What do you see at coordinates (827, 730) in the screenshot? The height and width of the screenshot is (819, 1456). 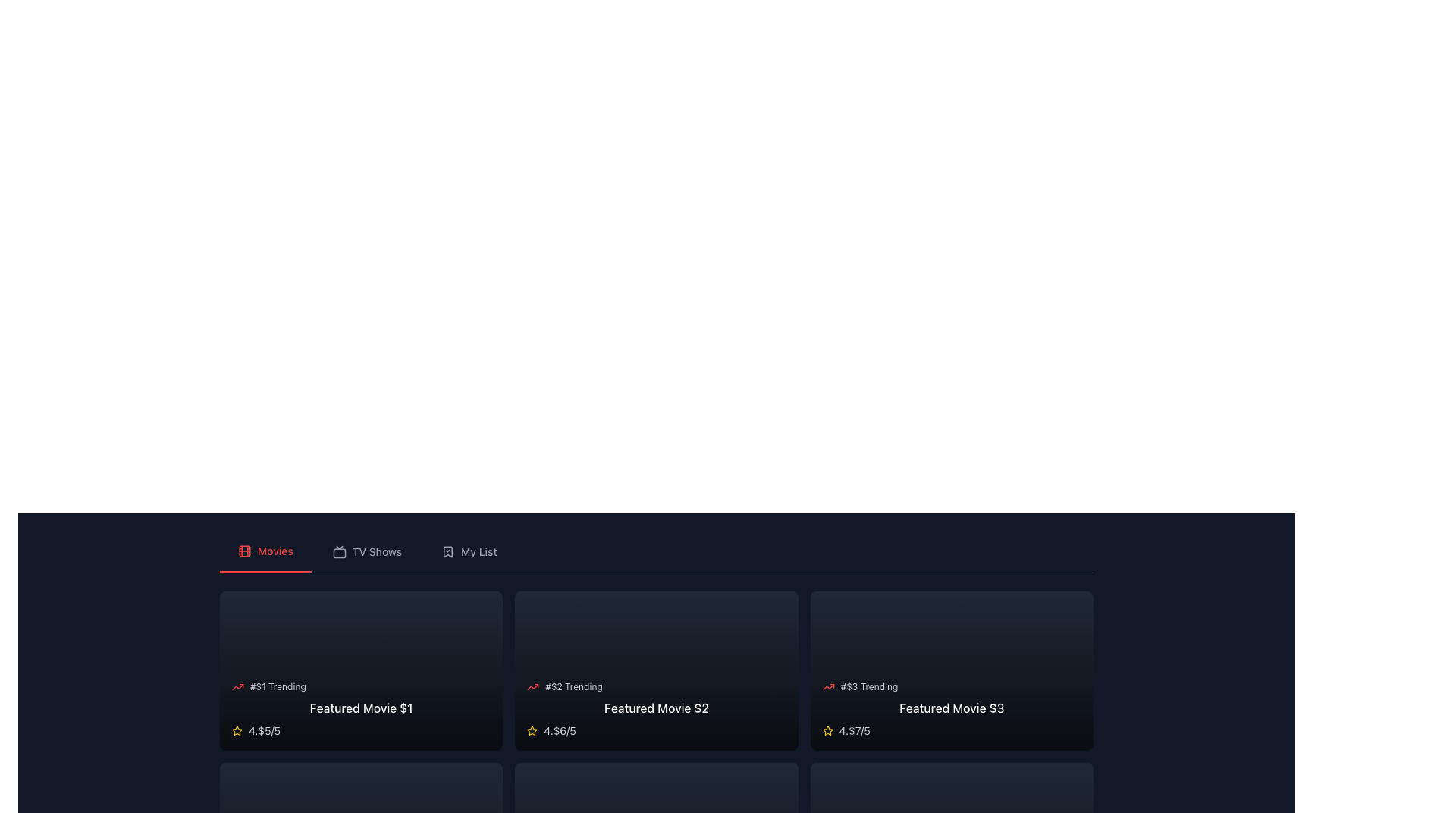 I see `the star-shaped rating indicator icon with a yellow outline, which represents a score of '4.7/5' in the UI` at bounding box center [827, 730].